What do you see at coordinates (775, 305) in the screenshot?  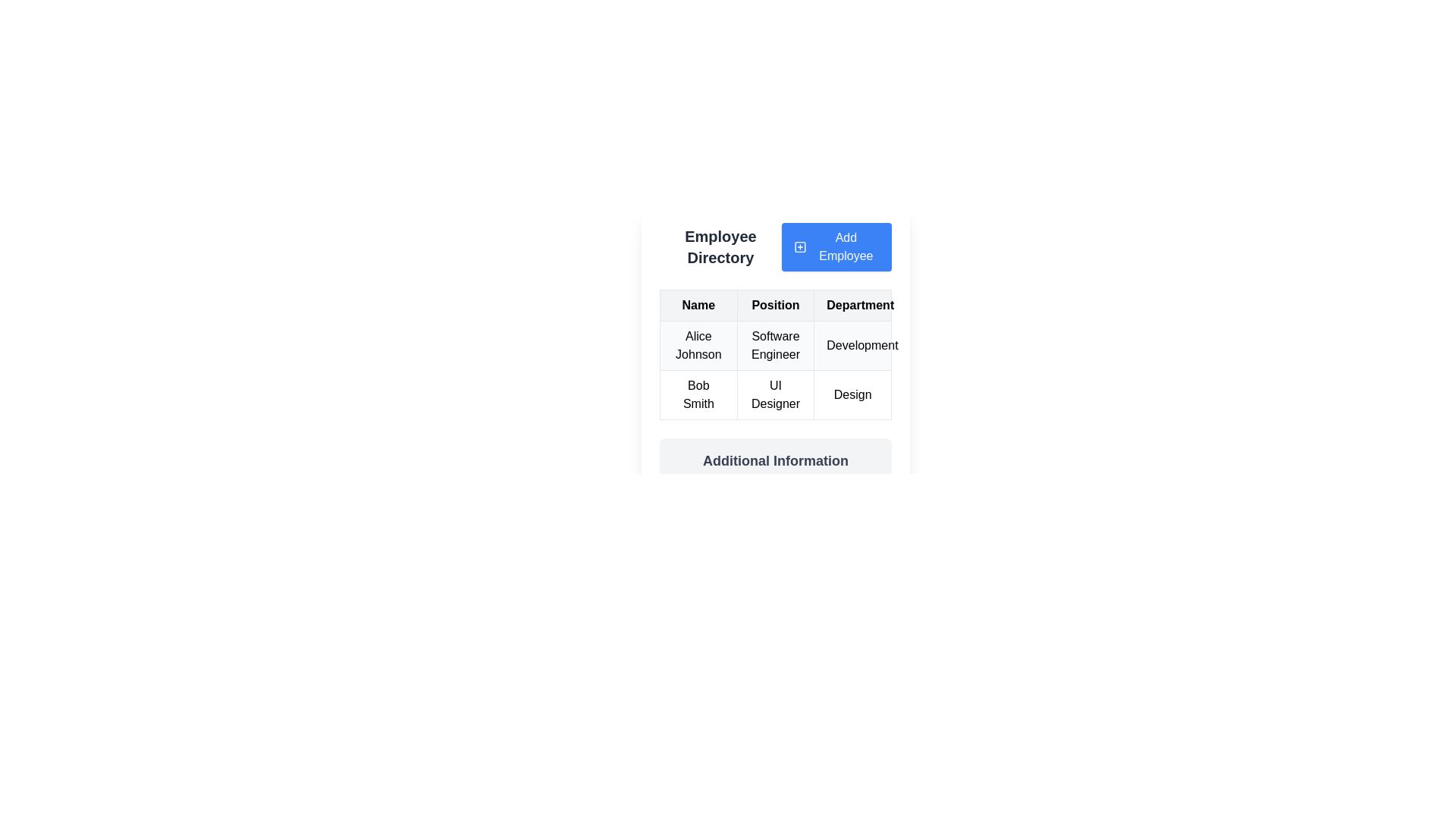 I see `the Table Header Cell indicating the position of individuals, which is located in the middle column of a three-column table header, flanked by 'Name' and 'Department'` at bounding box center [775, 305].